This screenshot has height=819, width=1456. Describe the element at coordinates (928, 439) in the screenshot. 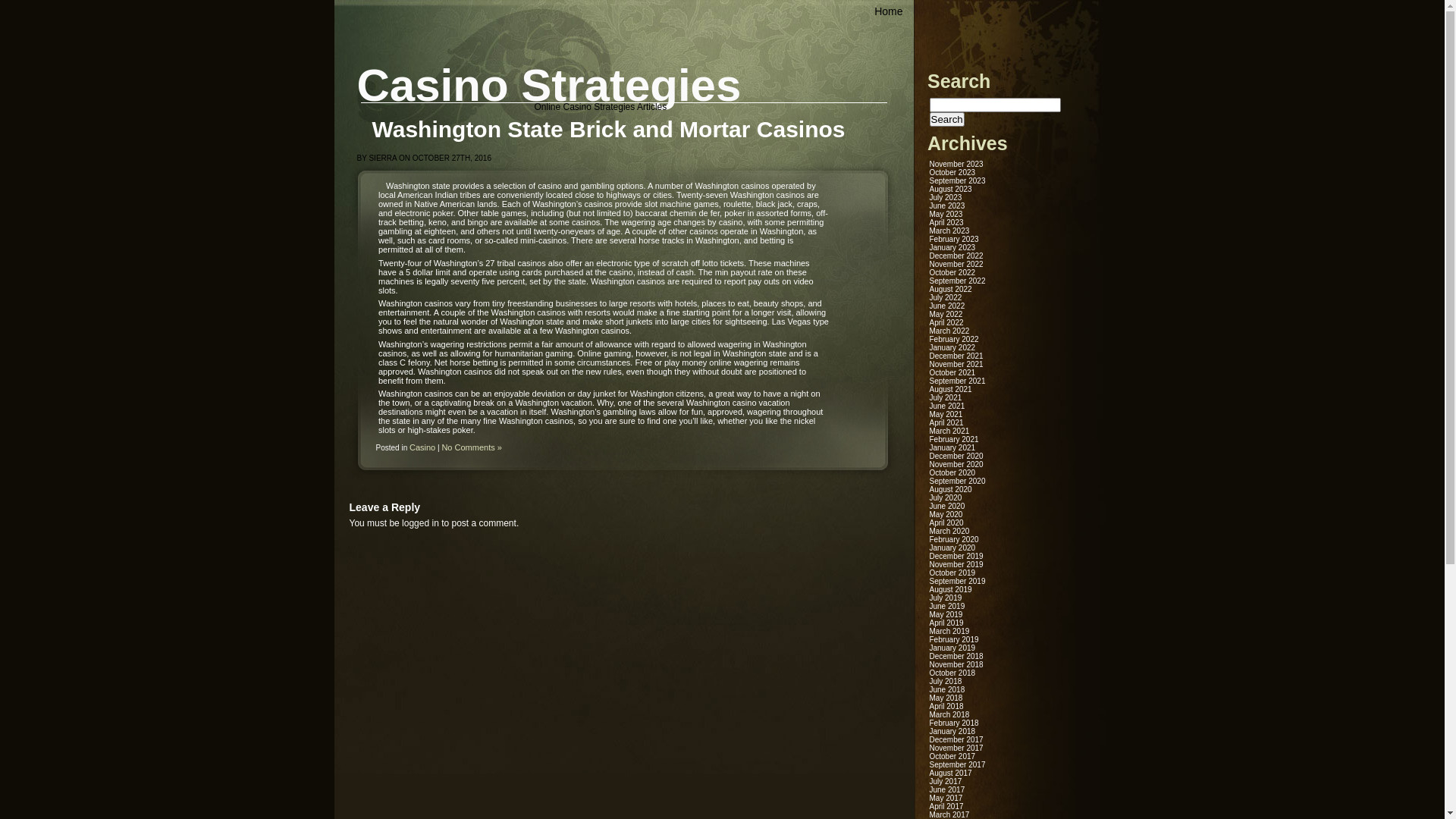

I see `'February 2021'` at that location.